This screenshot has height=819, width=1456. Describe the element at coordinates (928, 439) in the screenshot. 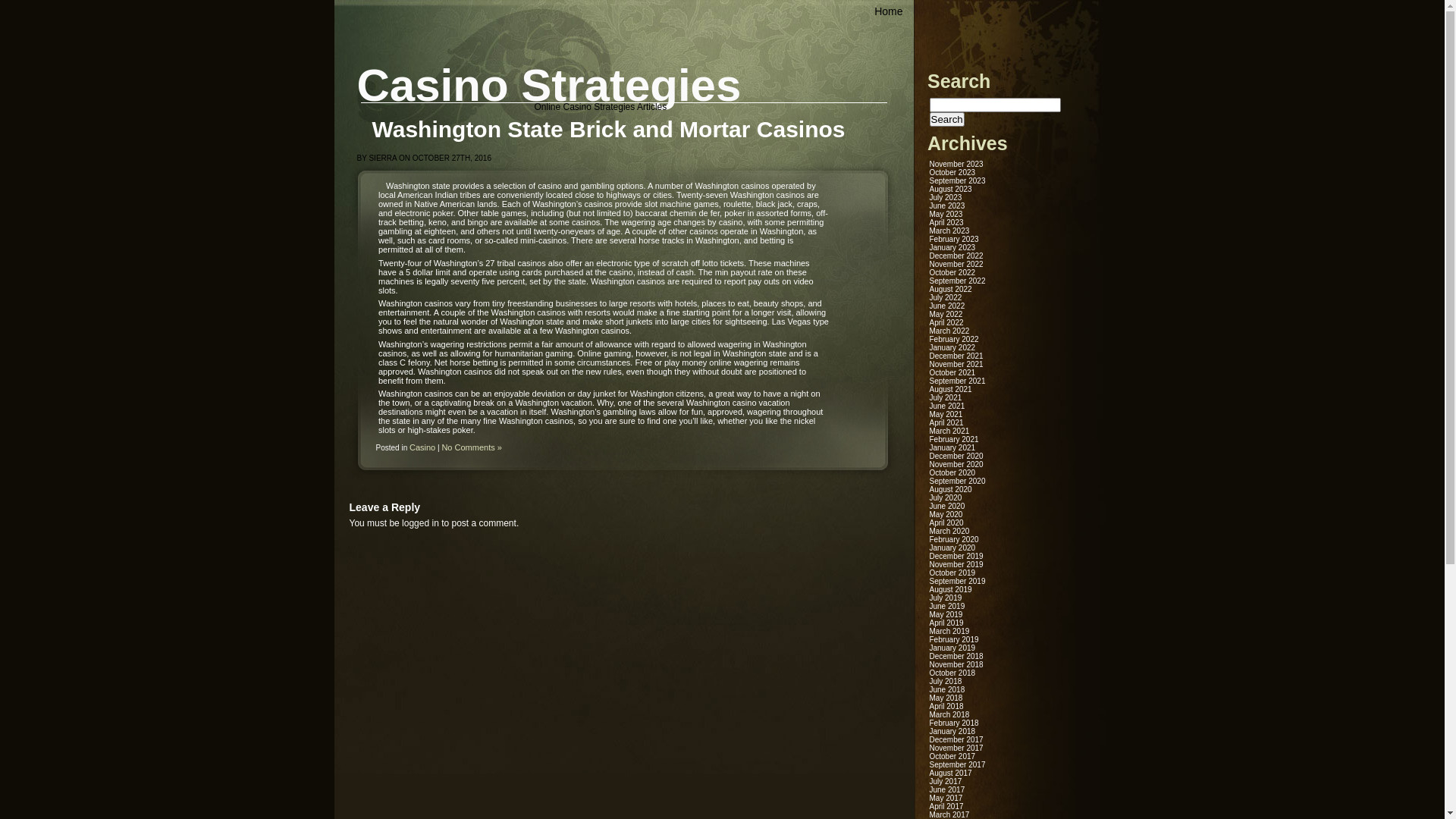

I see `'February 2021'` at that location.